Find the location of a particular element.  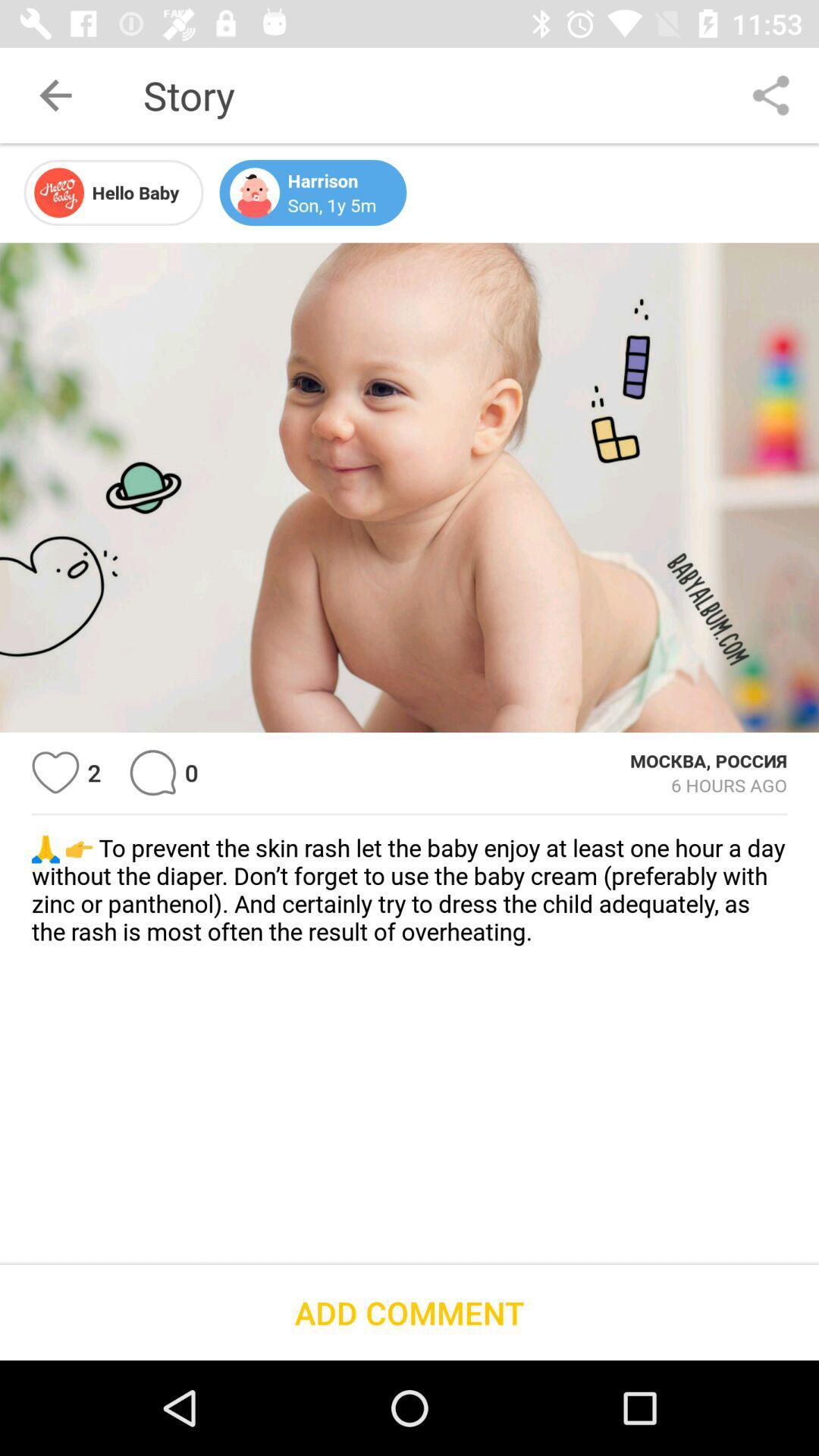

like is located at coordinates (55, 773).